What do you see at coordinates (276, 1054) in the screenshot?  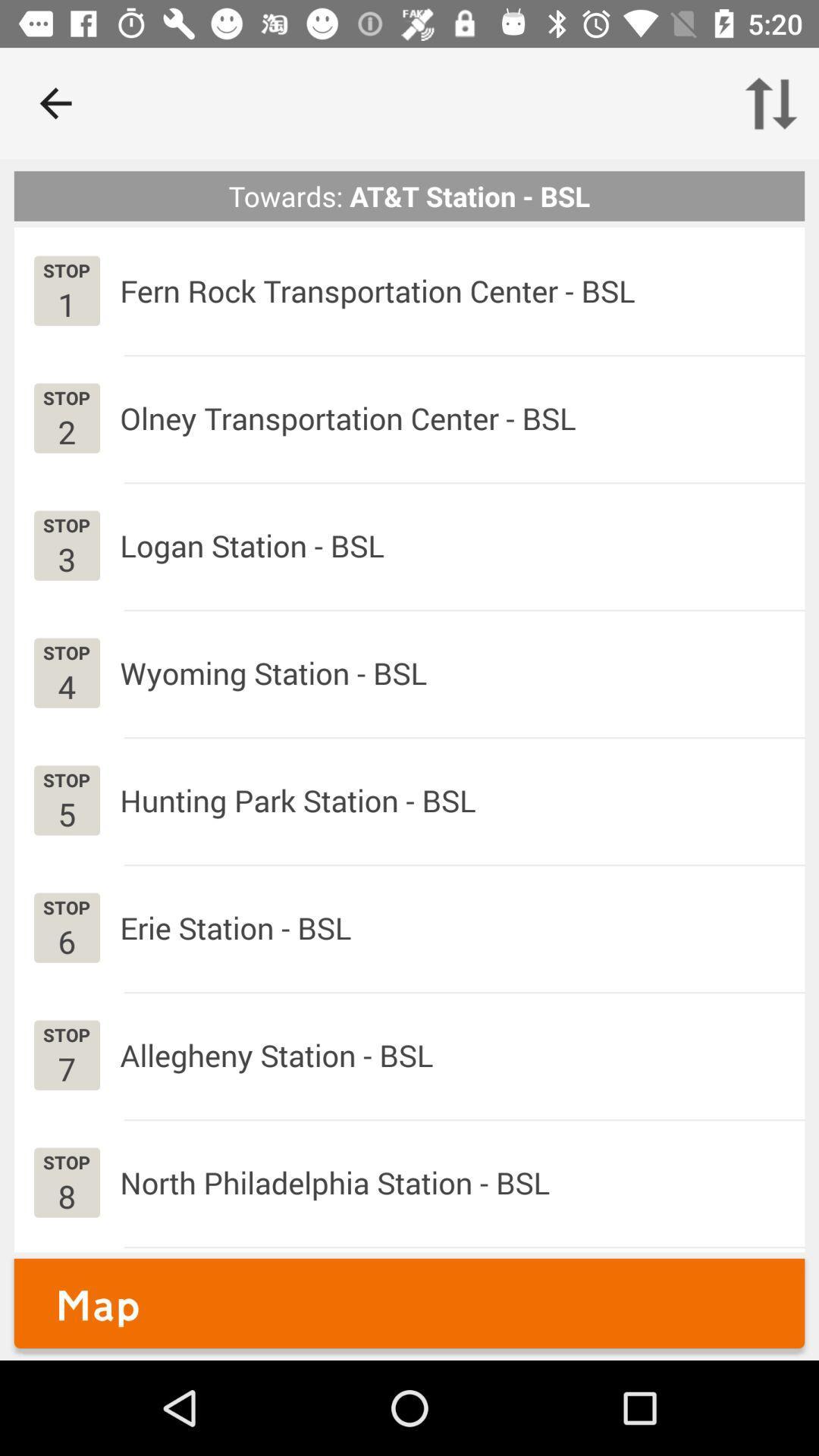 I see `item to the right of the stop item` at bounding box center [276, 1054].